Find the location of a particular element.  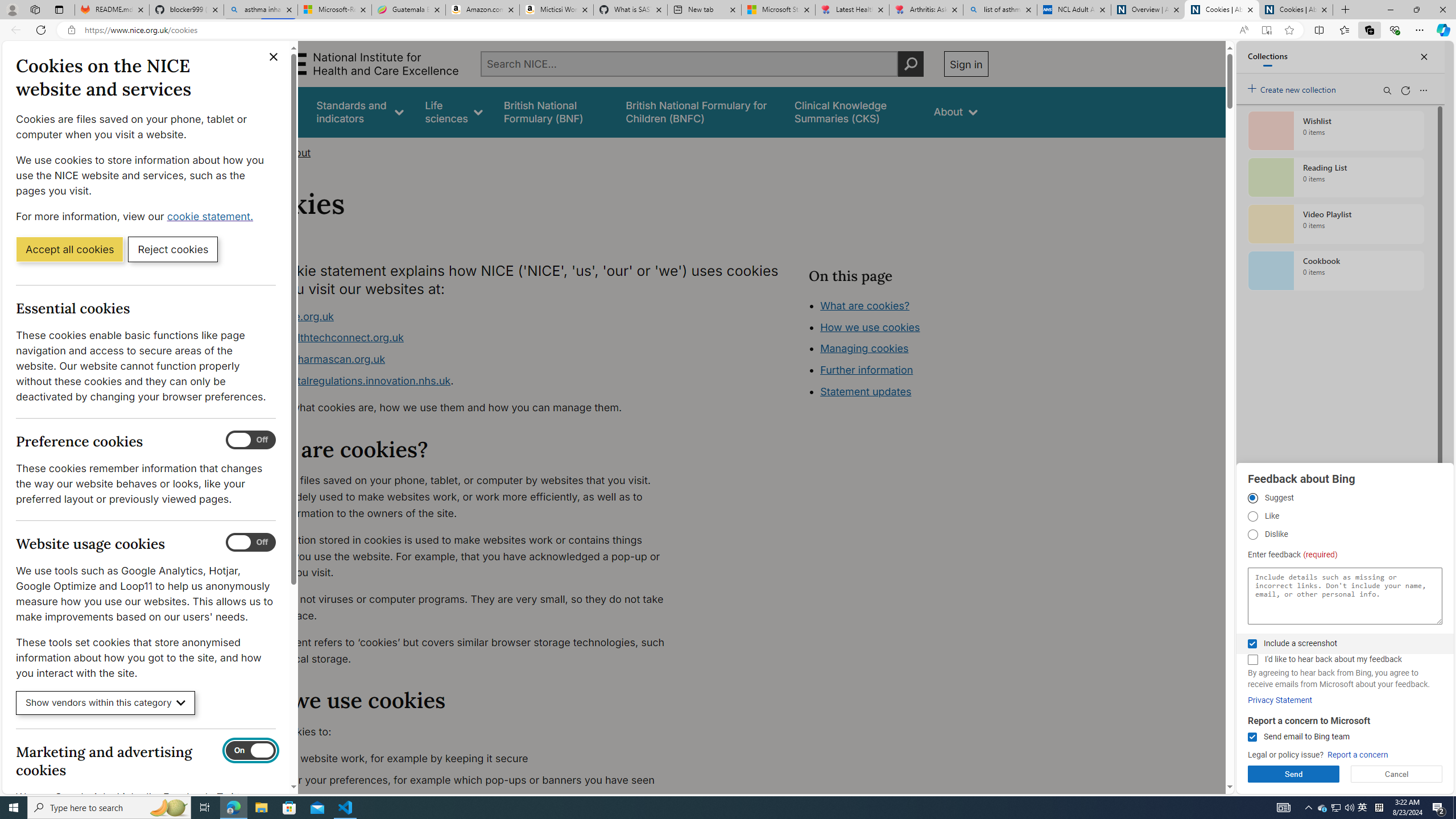

'www.healthtechconnect.org.uk' is located at coordinates (327, 337).